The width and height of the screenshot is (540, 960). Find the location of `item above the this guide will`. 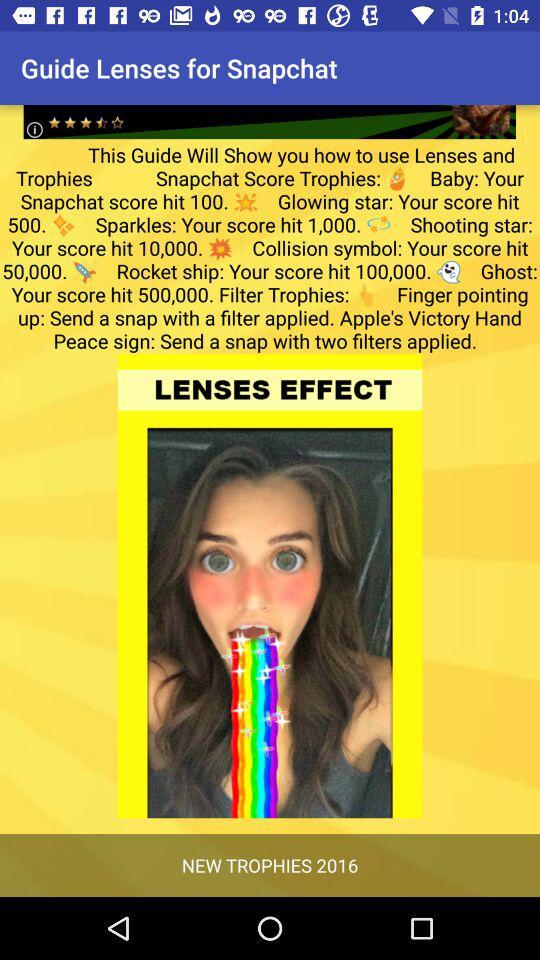

item above the this guide will is located at coordinates (269, 106).